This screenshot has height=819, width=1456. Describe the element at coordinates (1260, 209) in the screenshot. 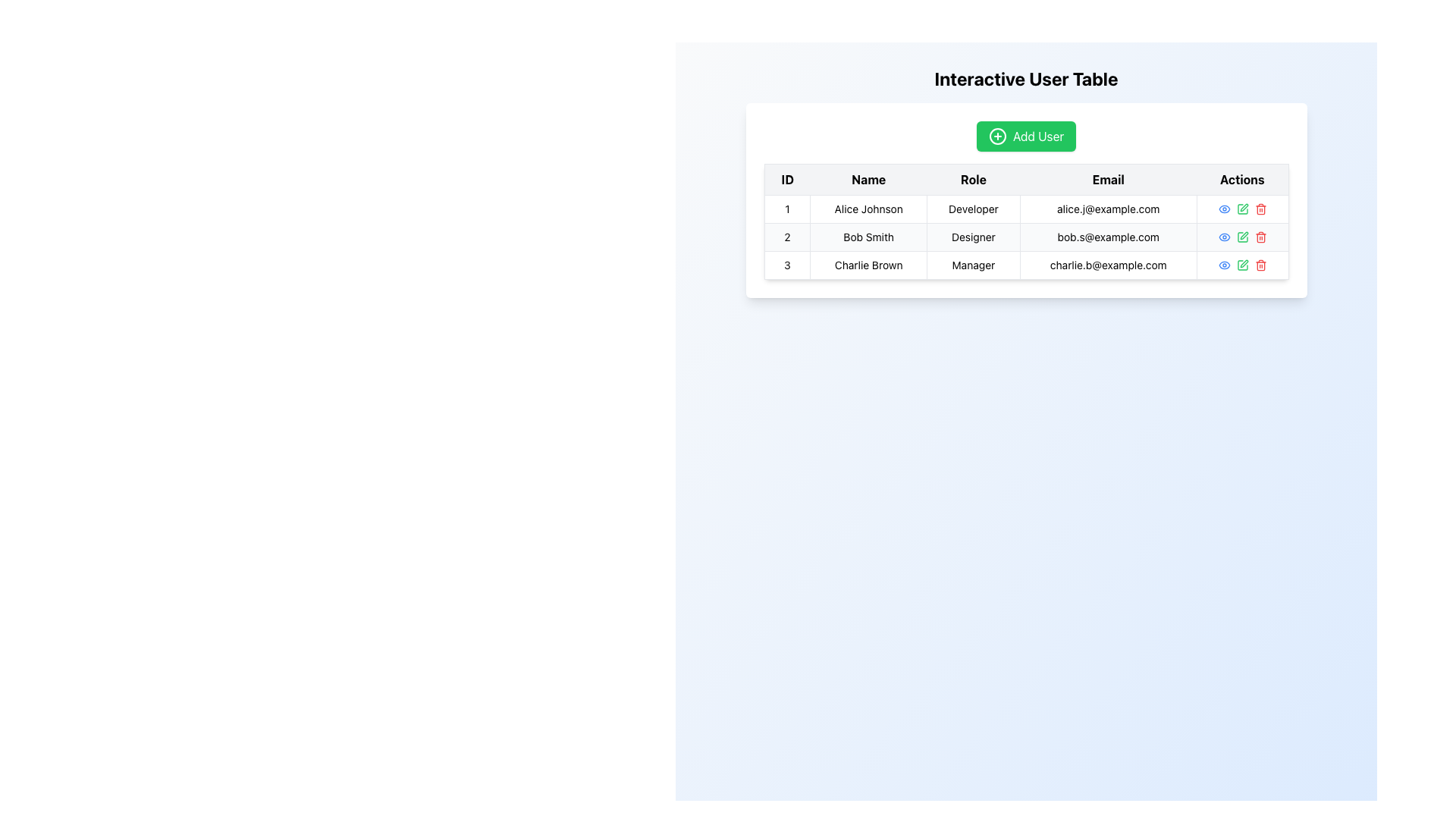

I see `the delete icon in the 'Actions' column` at that location.